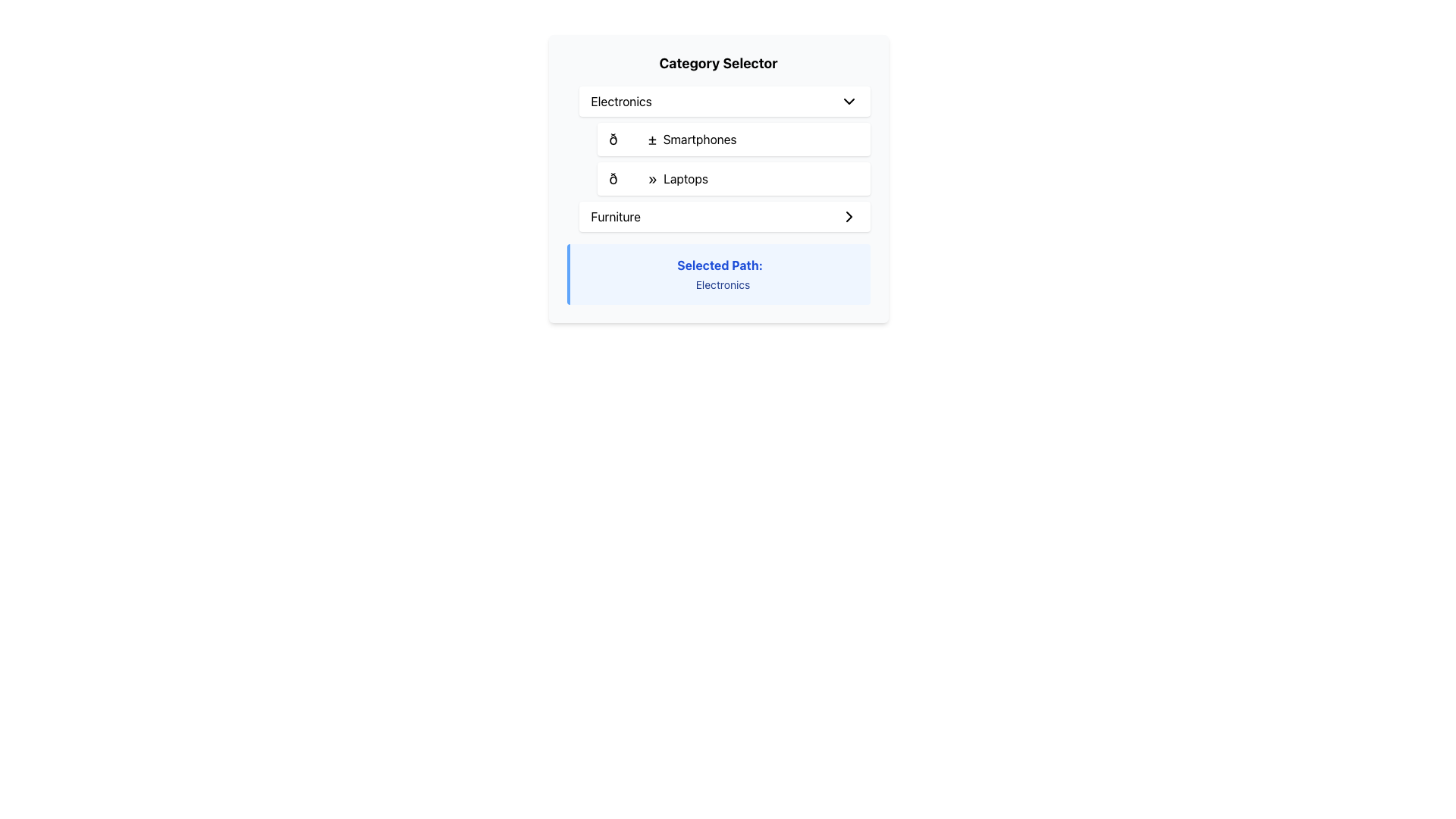 This screenshot has width=1456, height=819. Describe the element at coordinates (733, 140) in the screenshot. I see `the 'Smartphones' category option located within the 'Electronics' category selector` at that location.